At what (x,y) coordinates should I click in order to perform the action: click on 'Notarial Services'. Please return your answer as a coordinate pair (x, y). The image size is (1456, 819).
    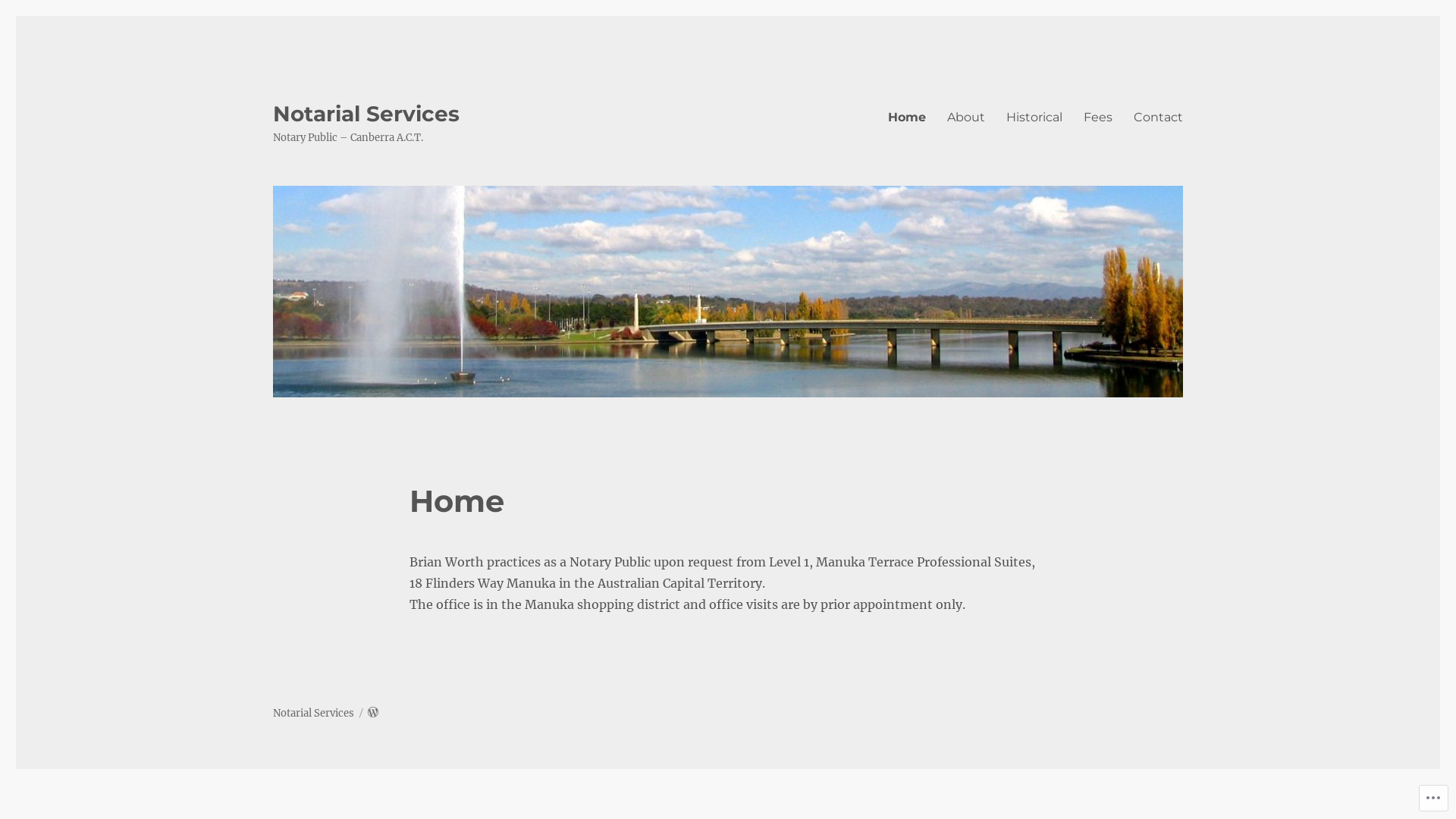
    Looking at the image, I should click on (273, 113).